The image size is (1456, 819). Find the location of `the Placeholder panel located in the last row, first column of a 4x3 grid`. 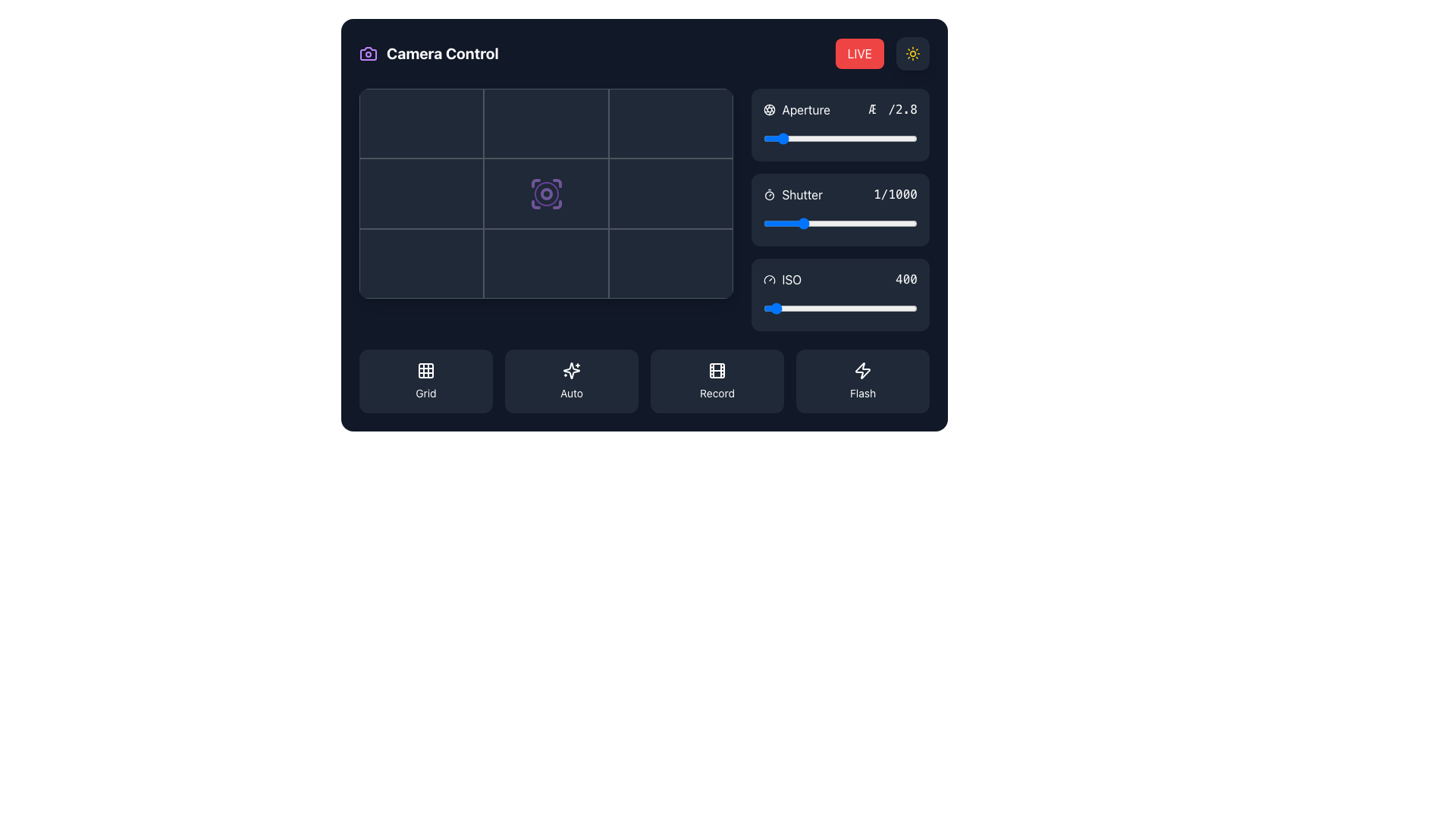

the Placeholder panel located in the last row, first column of a 4x3 grid is located at coordinates (422, 263).